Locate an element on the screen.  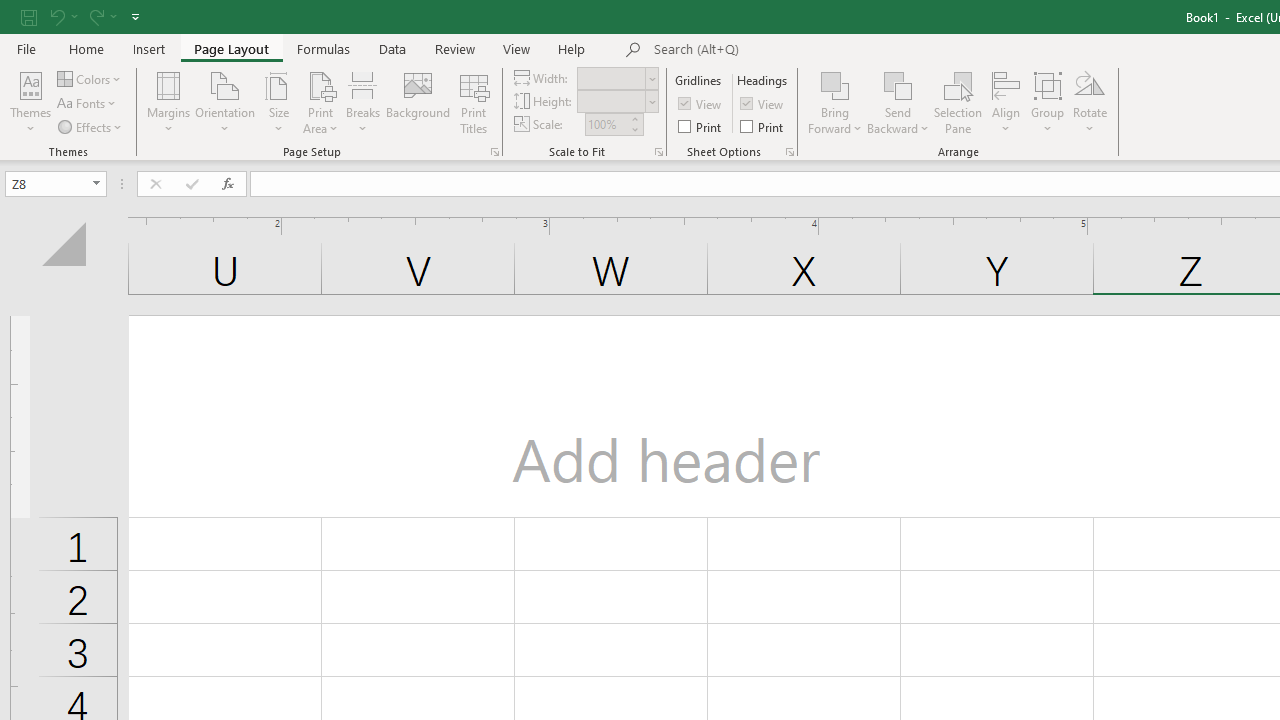
'Data' is located at coordinates (392, 48).